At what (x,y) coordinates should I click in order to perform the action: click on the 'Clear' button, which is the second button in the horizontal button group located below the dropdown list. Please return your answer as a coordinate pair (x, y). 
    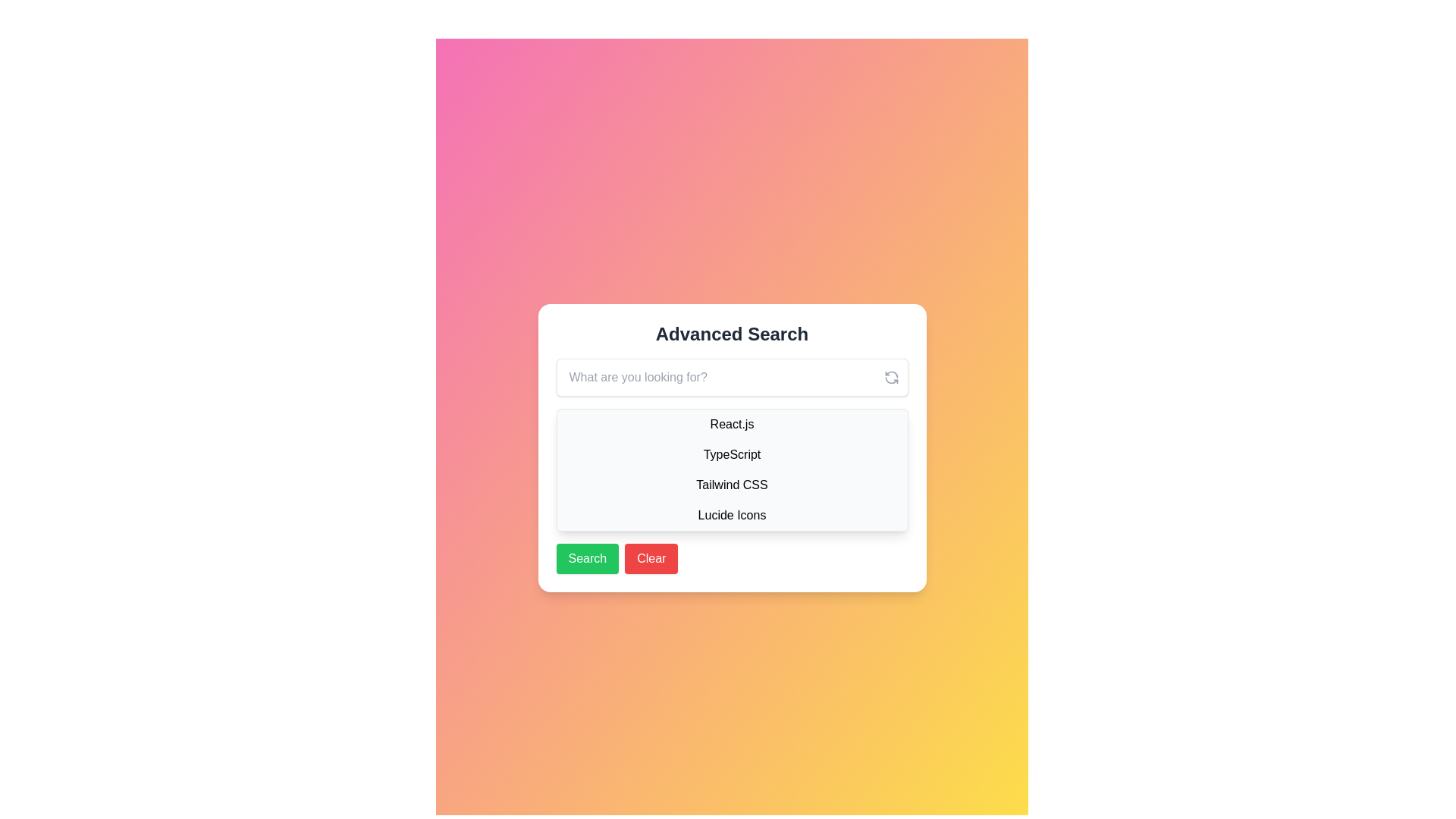
    Looking at the image, I should click on (651, 558).